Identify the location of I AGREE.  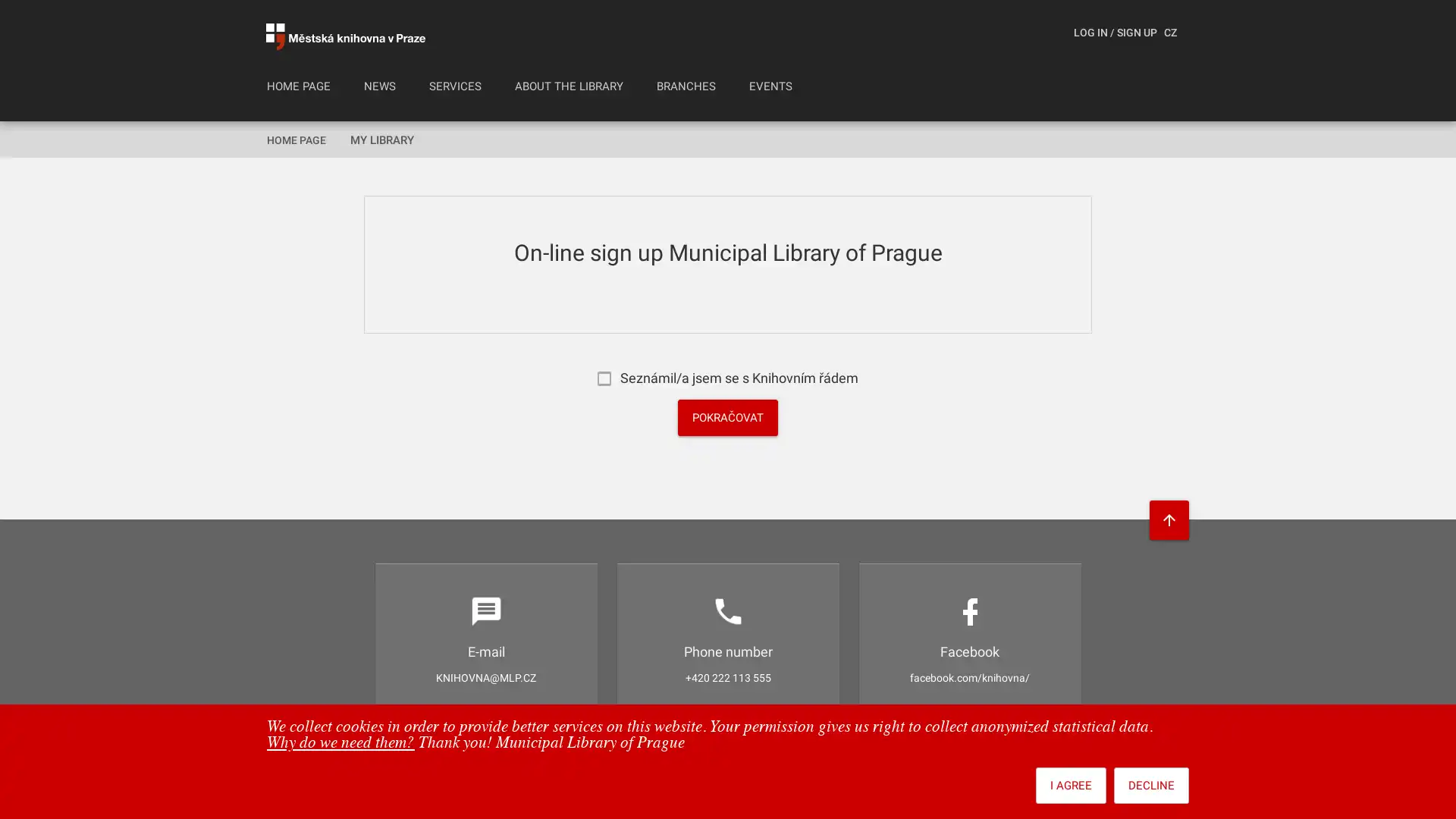
(1069, 785).